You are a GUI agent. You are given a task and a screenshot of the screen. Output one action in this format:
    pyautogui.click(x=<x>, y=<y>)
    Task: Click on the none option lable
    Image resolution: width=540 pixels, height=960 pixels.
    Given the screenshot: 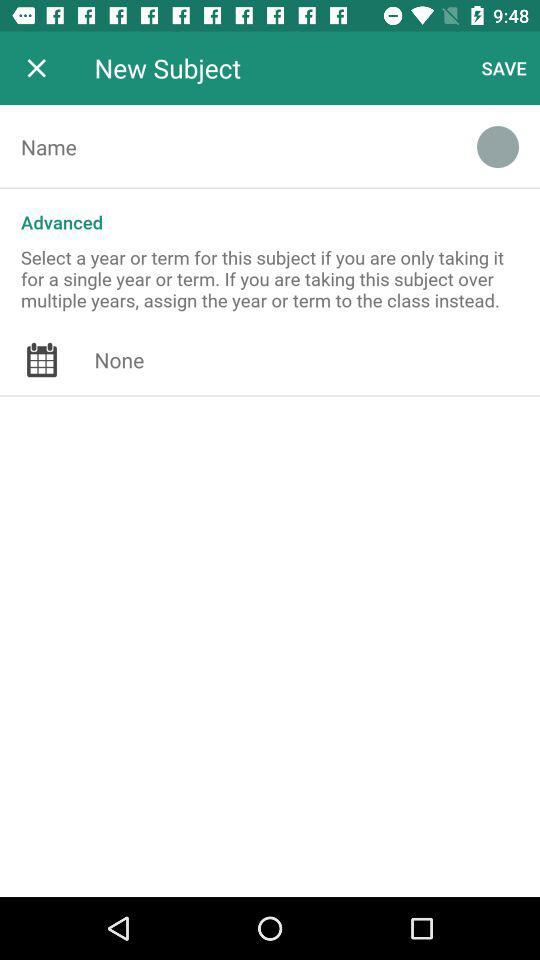 What is the action you would take?
    pyautogui.click(x=317, y=360)
    